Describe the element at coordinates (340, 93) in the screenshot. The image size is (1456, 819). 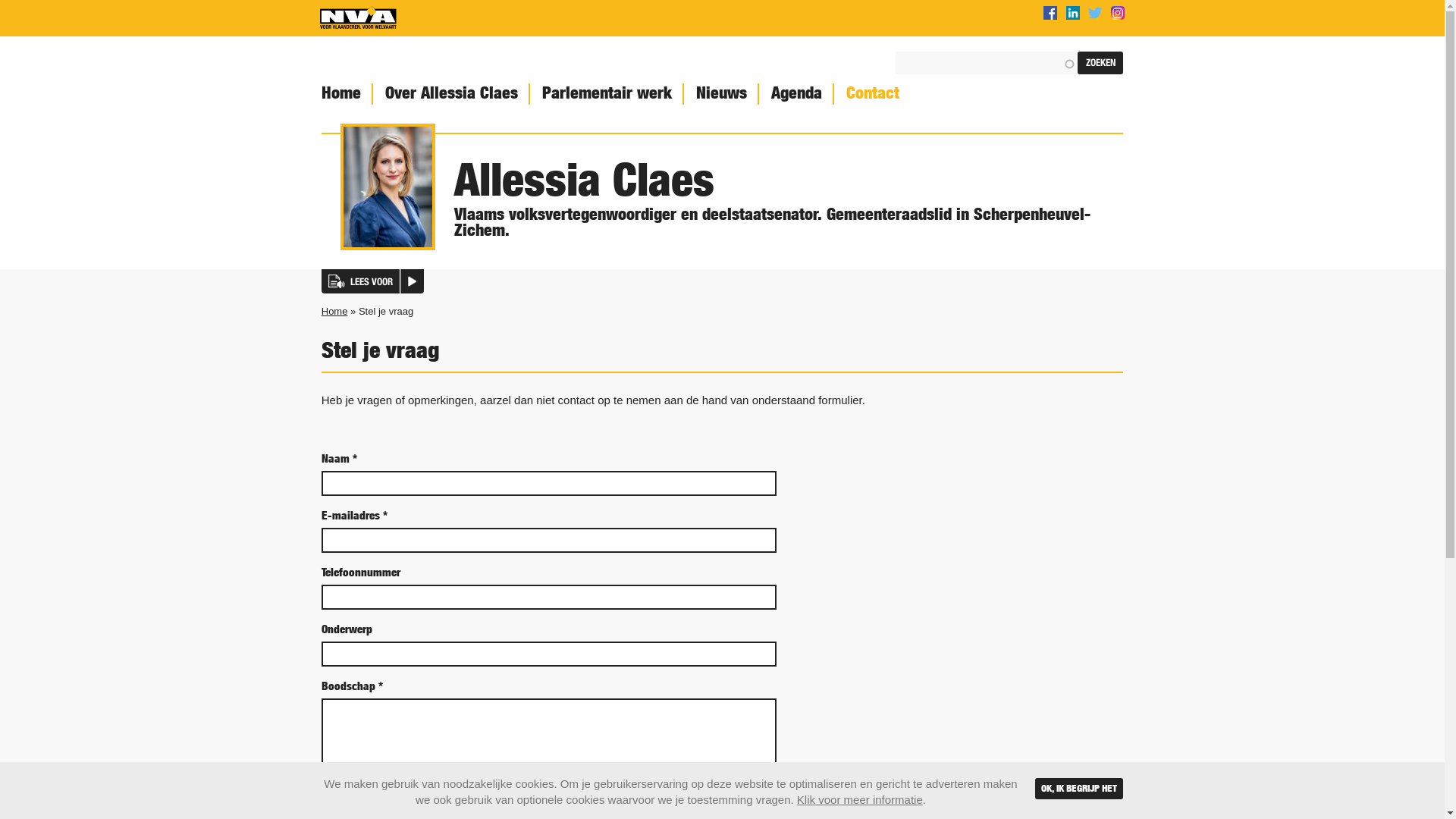
I see `'Home'` at that location.